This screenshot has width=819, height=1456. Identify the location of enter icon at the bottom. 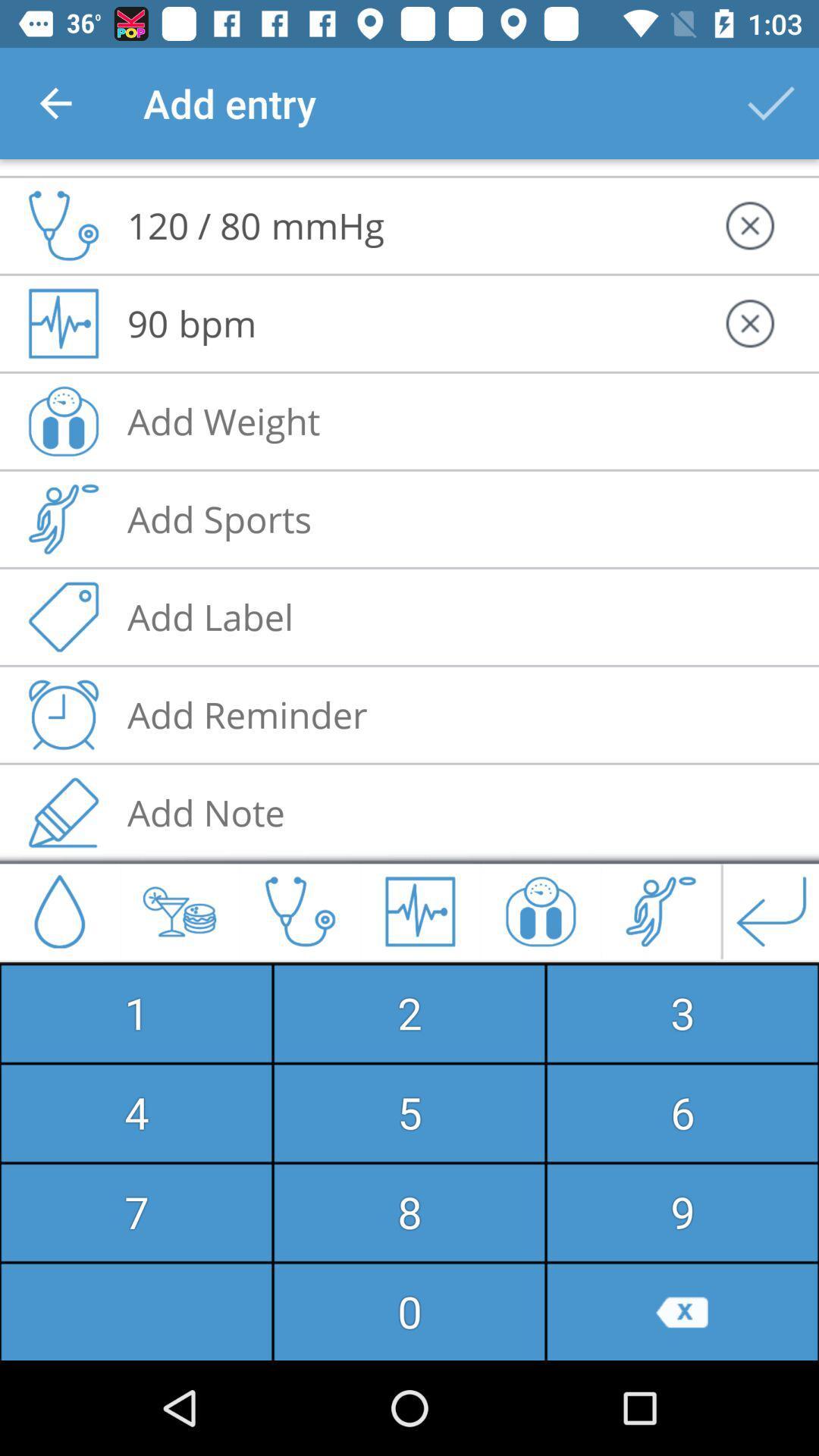
(771, 910).